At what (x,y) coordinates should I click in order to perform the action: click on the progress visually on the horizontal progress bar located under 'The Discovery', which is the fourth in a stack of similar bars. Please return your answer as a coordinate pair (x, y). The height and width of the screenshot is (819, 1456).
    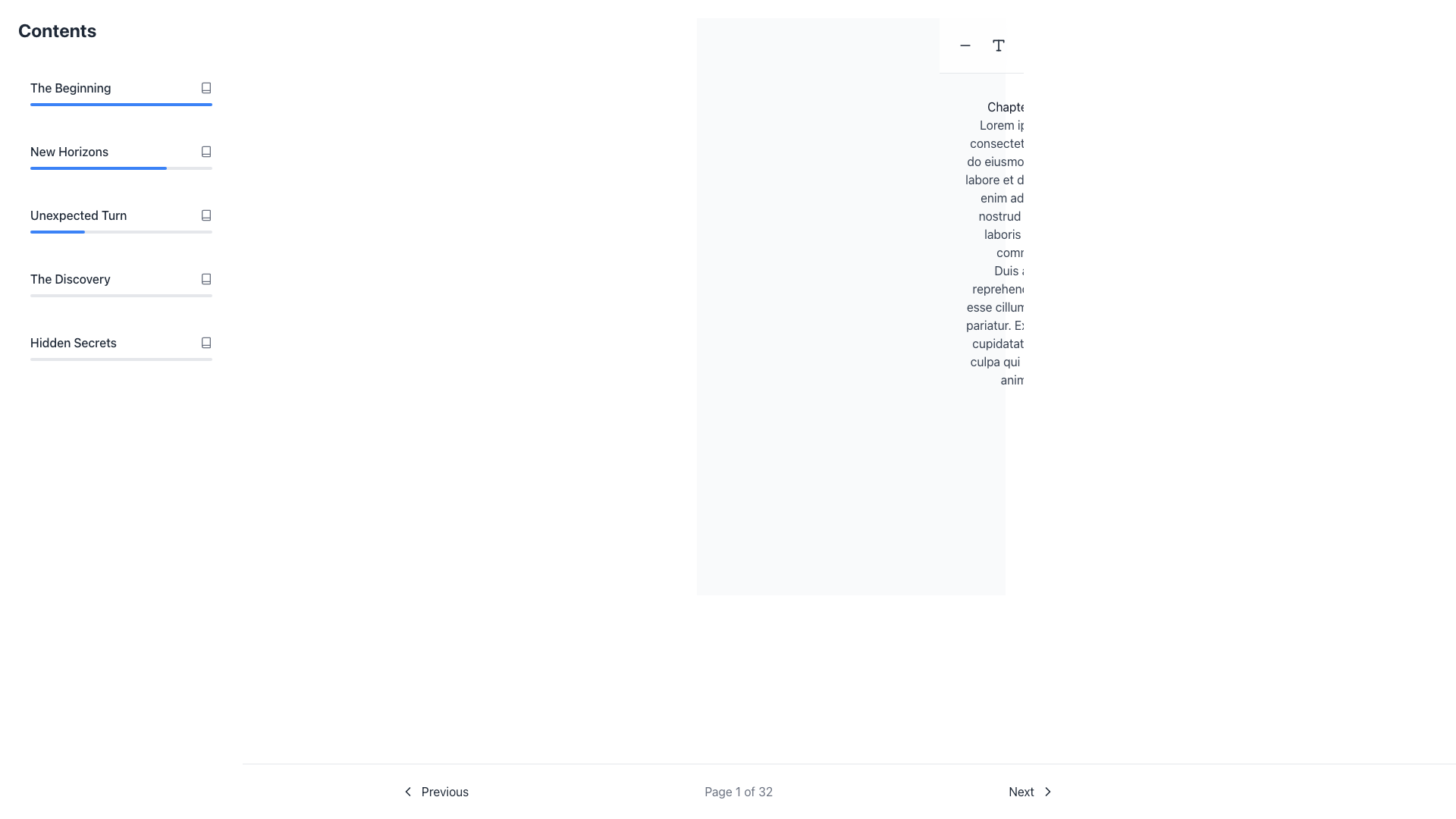
    Looking at the image, I should click on (120, 295).